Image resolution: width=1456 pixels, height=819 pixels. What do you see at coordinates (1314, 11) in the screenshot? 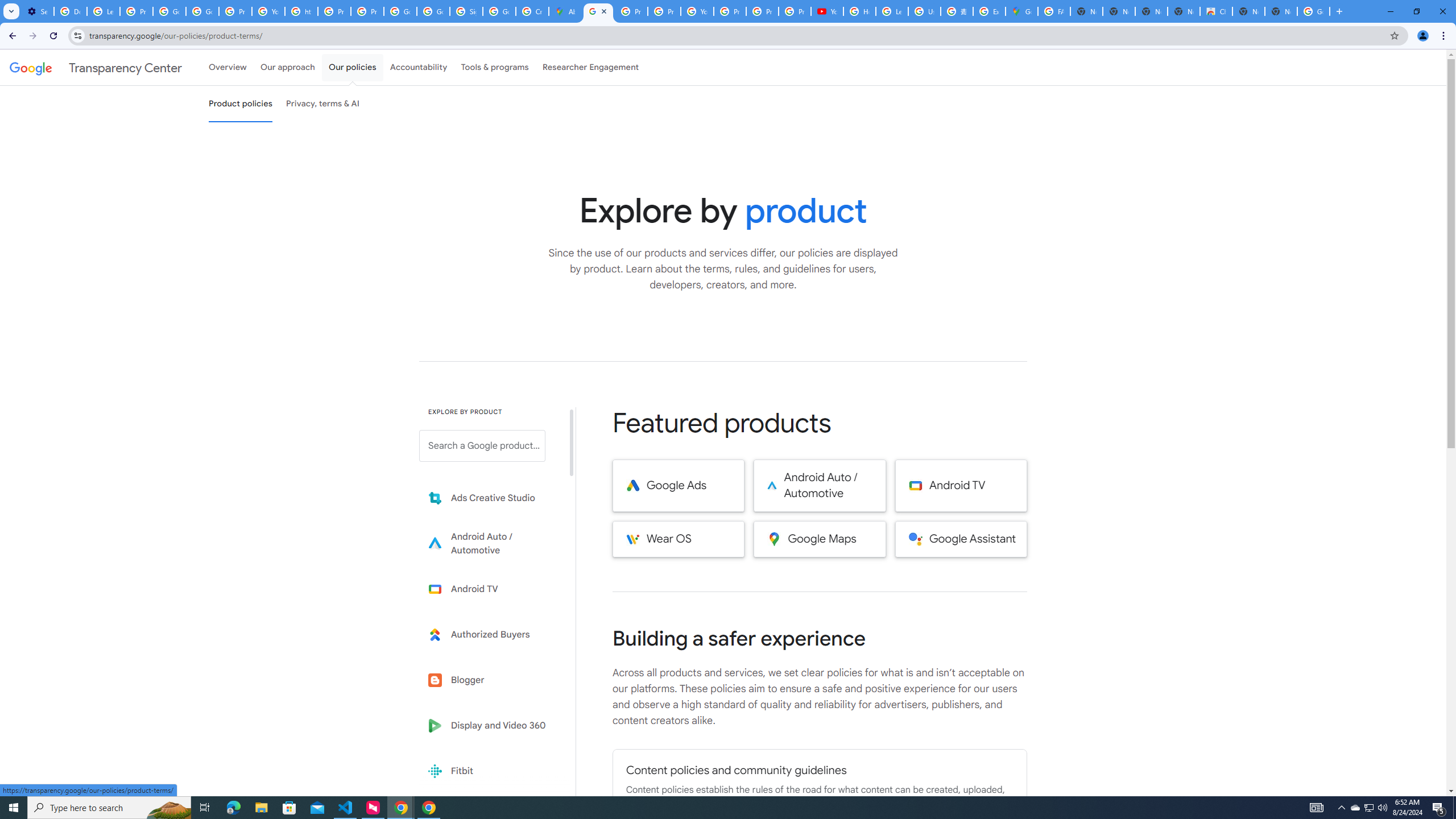
I see `'Google Images'` at bounding box center [1314, 11].